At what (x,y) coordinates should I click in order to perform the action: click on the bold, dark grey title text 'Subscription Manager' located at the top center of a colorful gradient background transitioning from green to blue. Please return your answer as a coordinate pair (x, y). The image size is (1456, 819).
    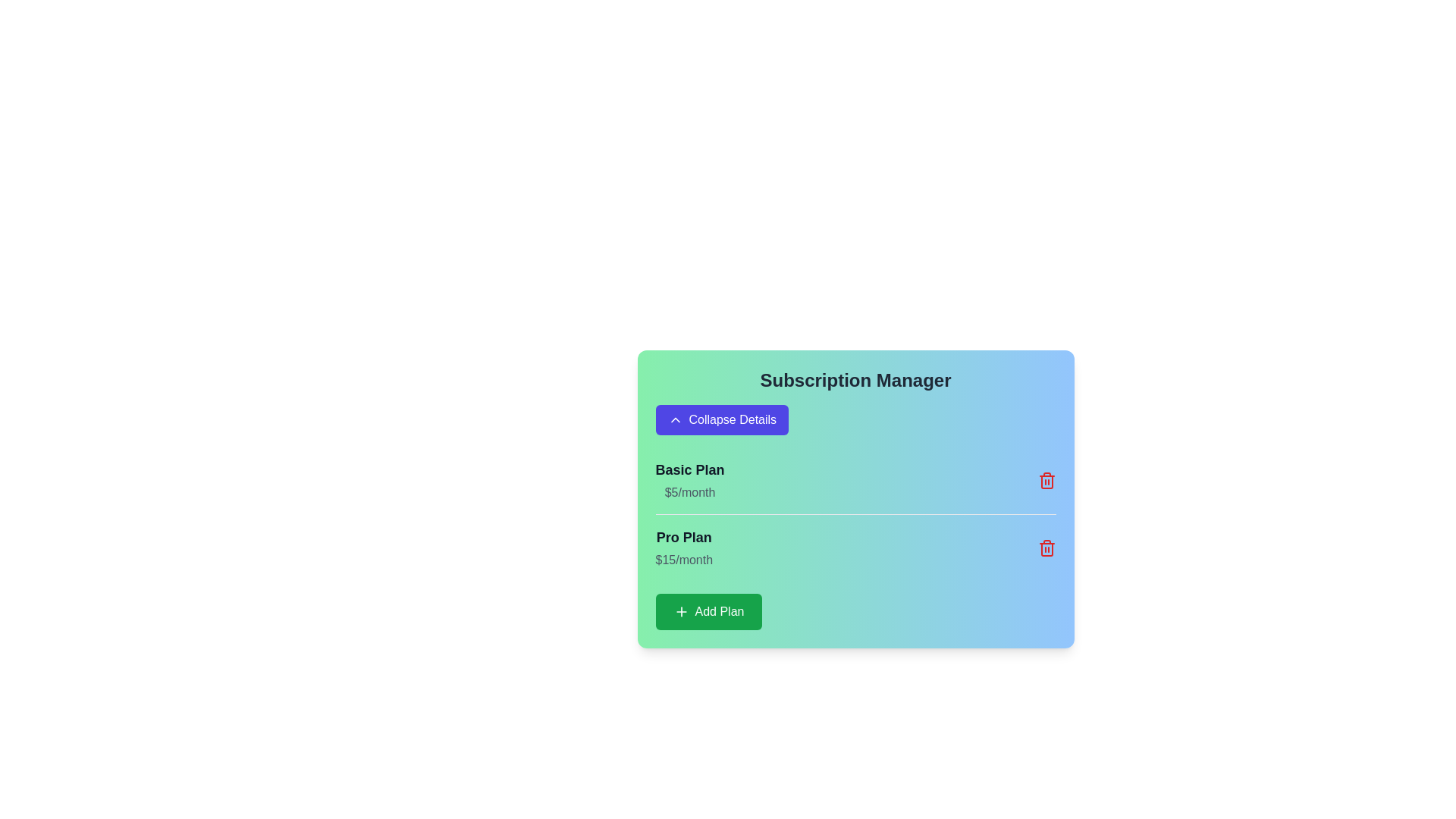
    Looking at the image, I should click on (855, 379).